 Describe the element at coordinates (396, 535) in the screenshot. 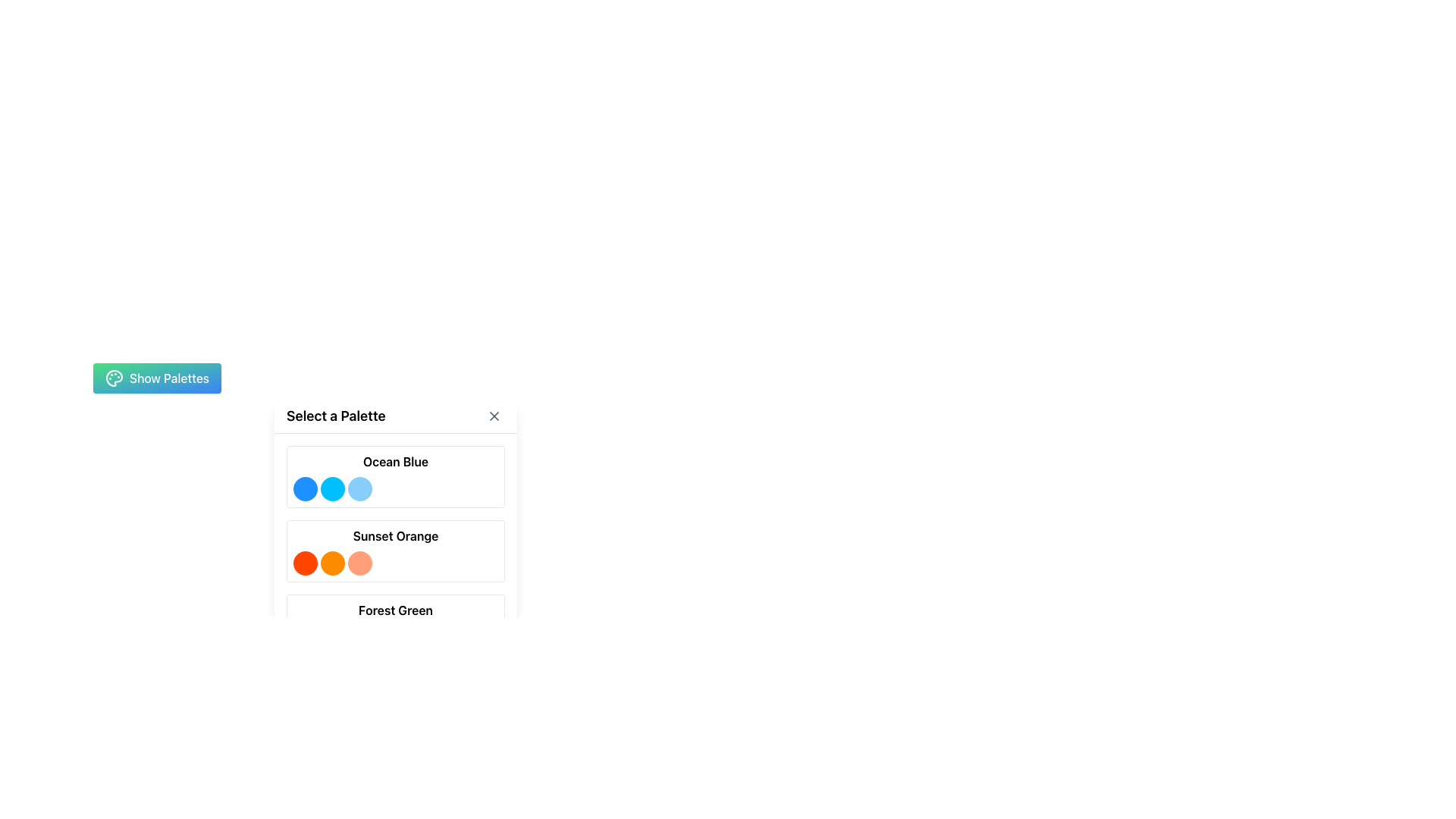

I see `the 'Sunset Orange' text label, which is located under the 'Select a Palette' title and above 'Forest Green', to interact with its associated color palette` at that location.